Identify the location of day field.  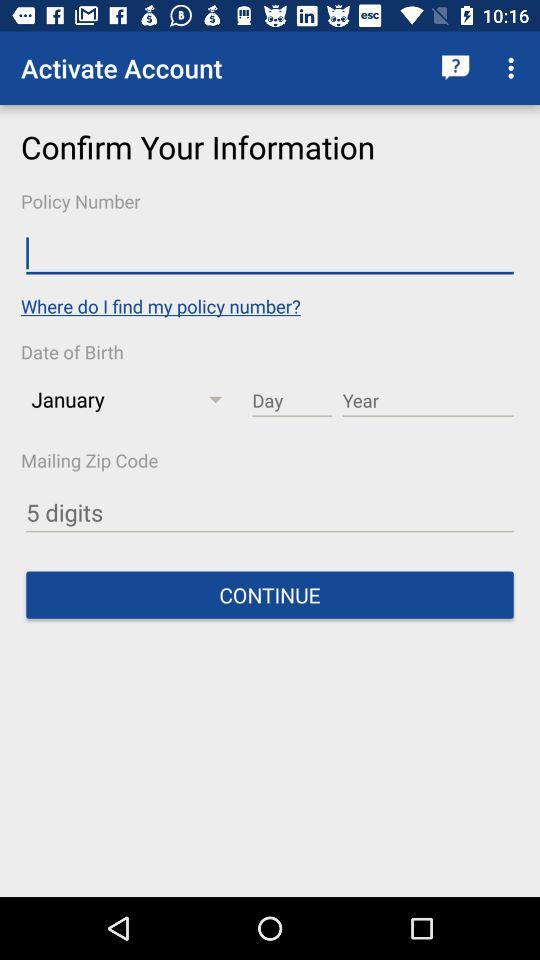
(291, 400).